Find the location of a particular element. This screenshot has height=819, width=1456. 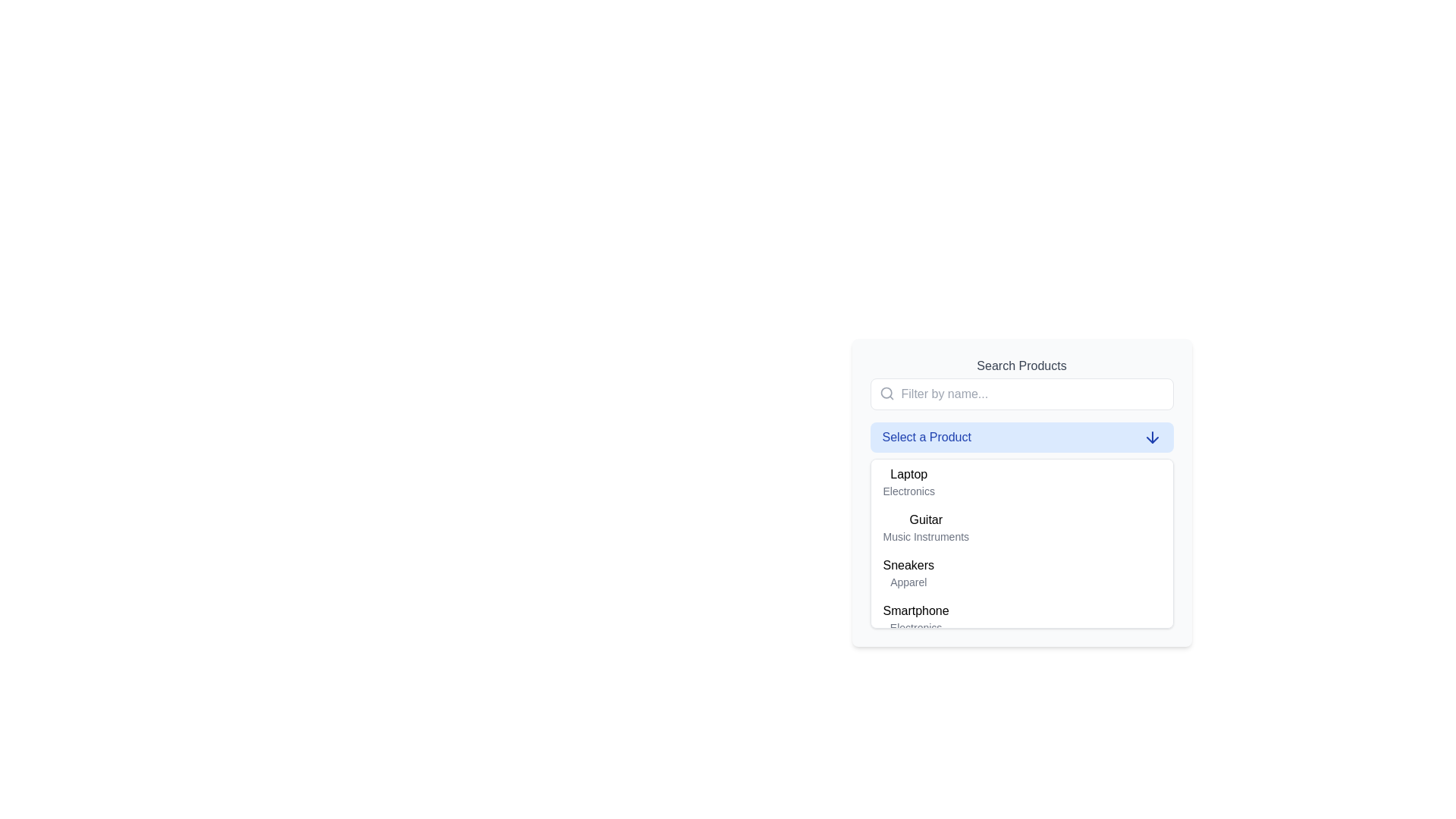

the second entry in the dropdown menu for 'Music Instruments' labeled 'Guitar' is located at coordinates (925, 526).